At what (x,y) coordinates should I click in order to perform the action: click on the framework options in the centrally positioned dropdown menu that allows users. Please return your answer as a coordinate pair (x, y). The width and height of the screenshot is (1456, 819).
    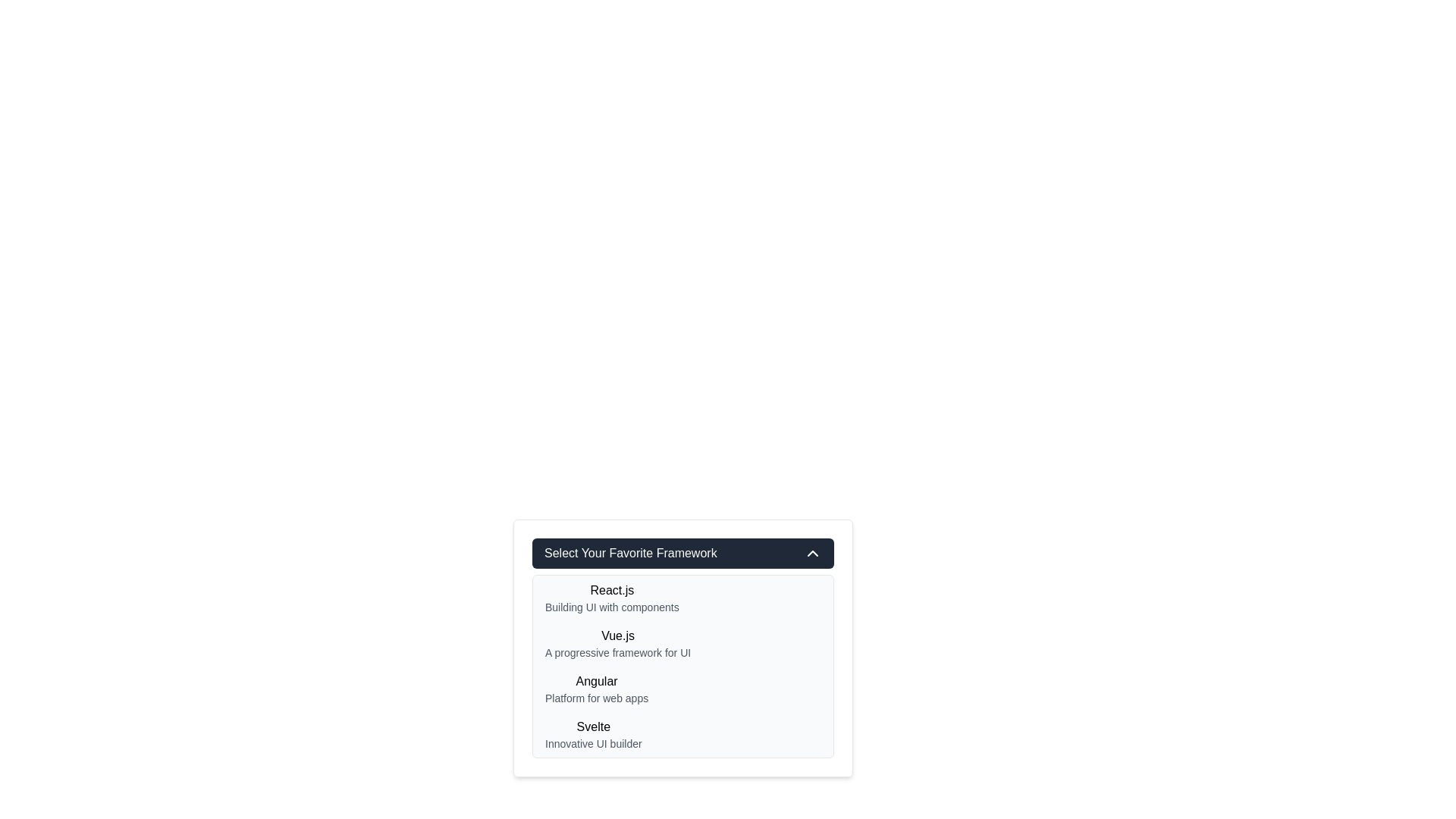
    Looking at the image, I should click on (682, 648).